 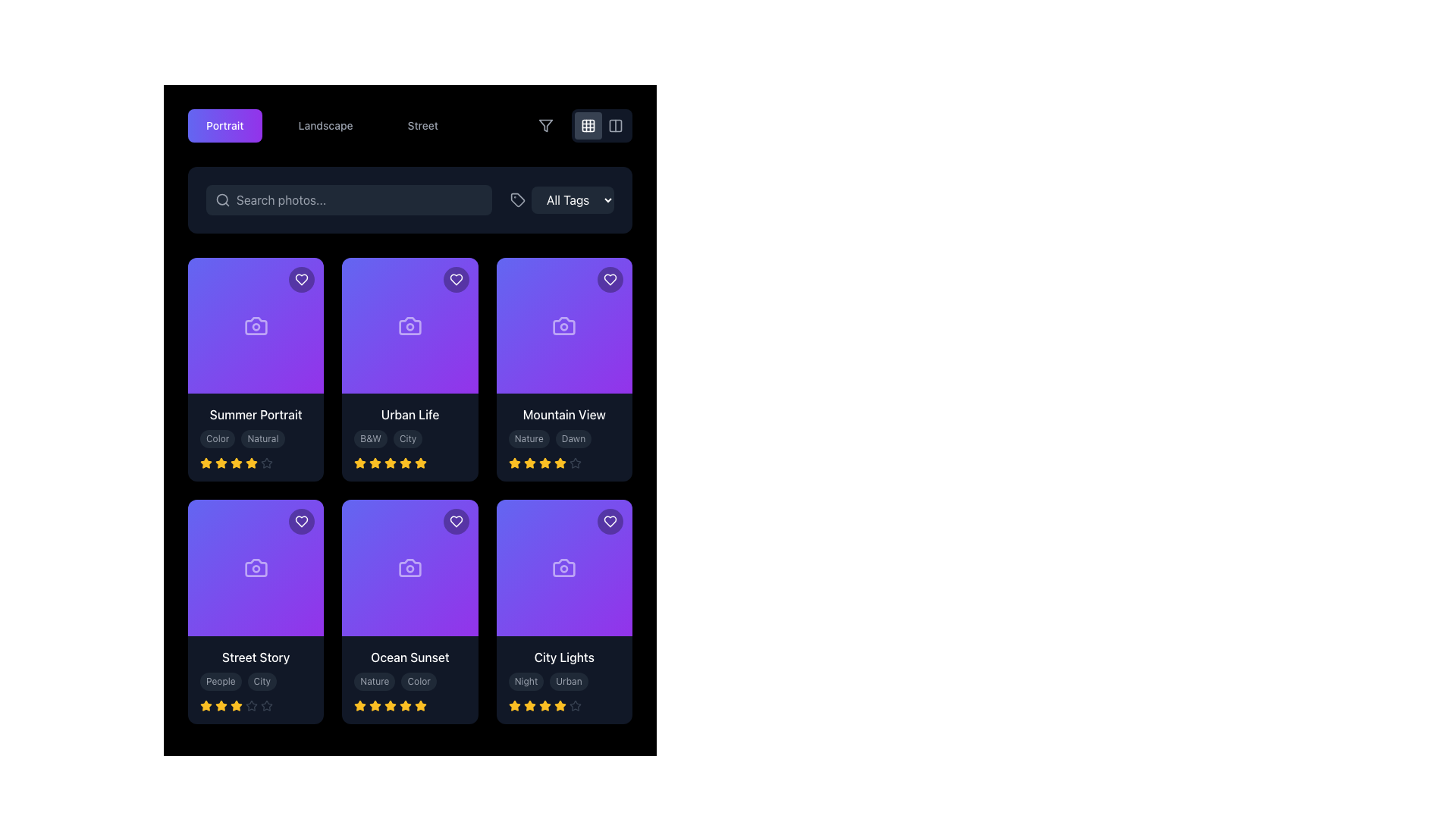 I want to click on the decorative camera icon located at the center of the purple card labeled 'Ocean Sunset', which is situated in the second row and second column of the grid layout, so click(x=410, y=567).